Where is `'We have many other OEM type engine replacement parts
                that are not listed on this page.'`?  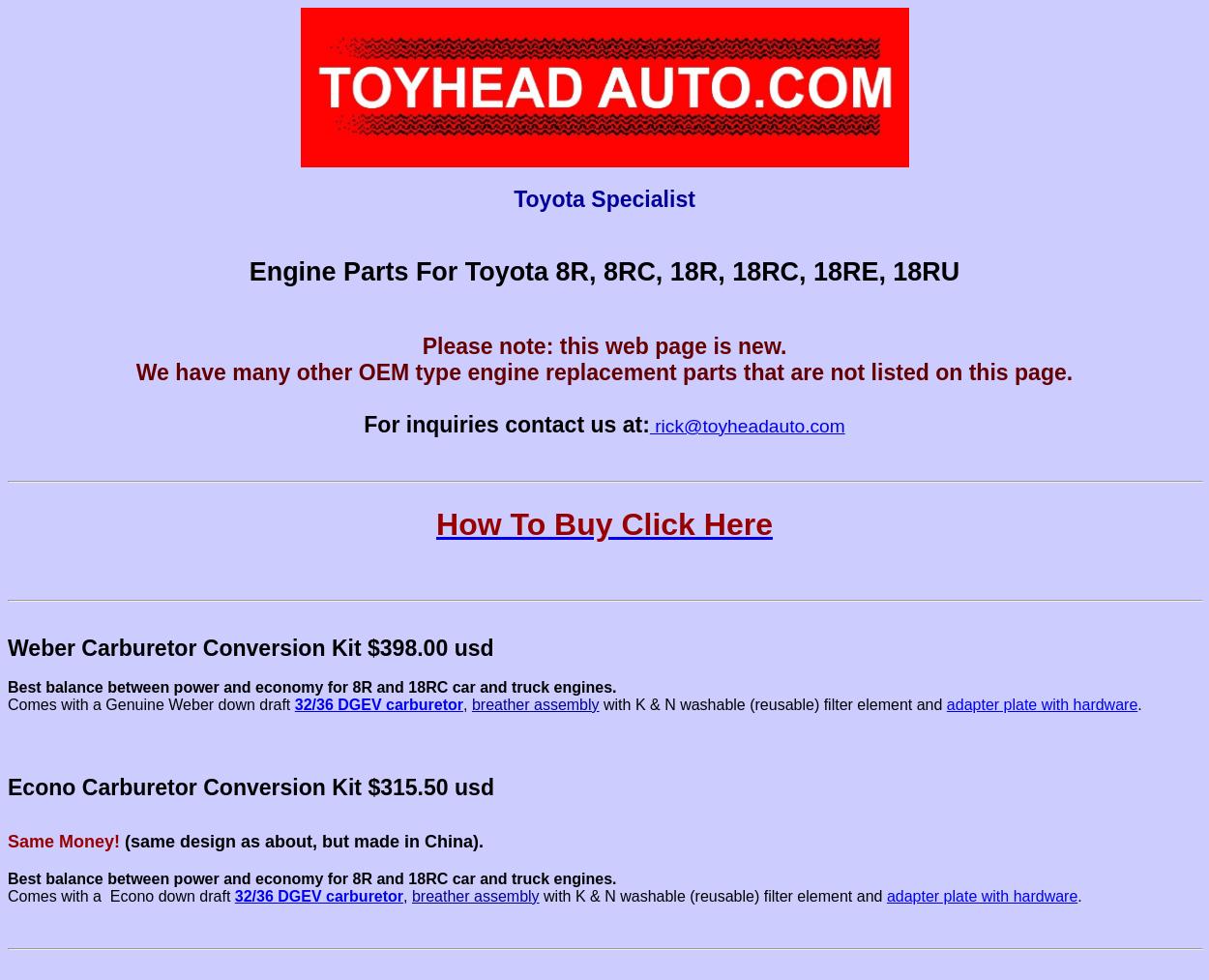
'We have many other OEM type engine replacement parts
                that are not listed on this page.' is located at coordinates (603, 372).